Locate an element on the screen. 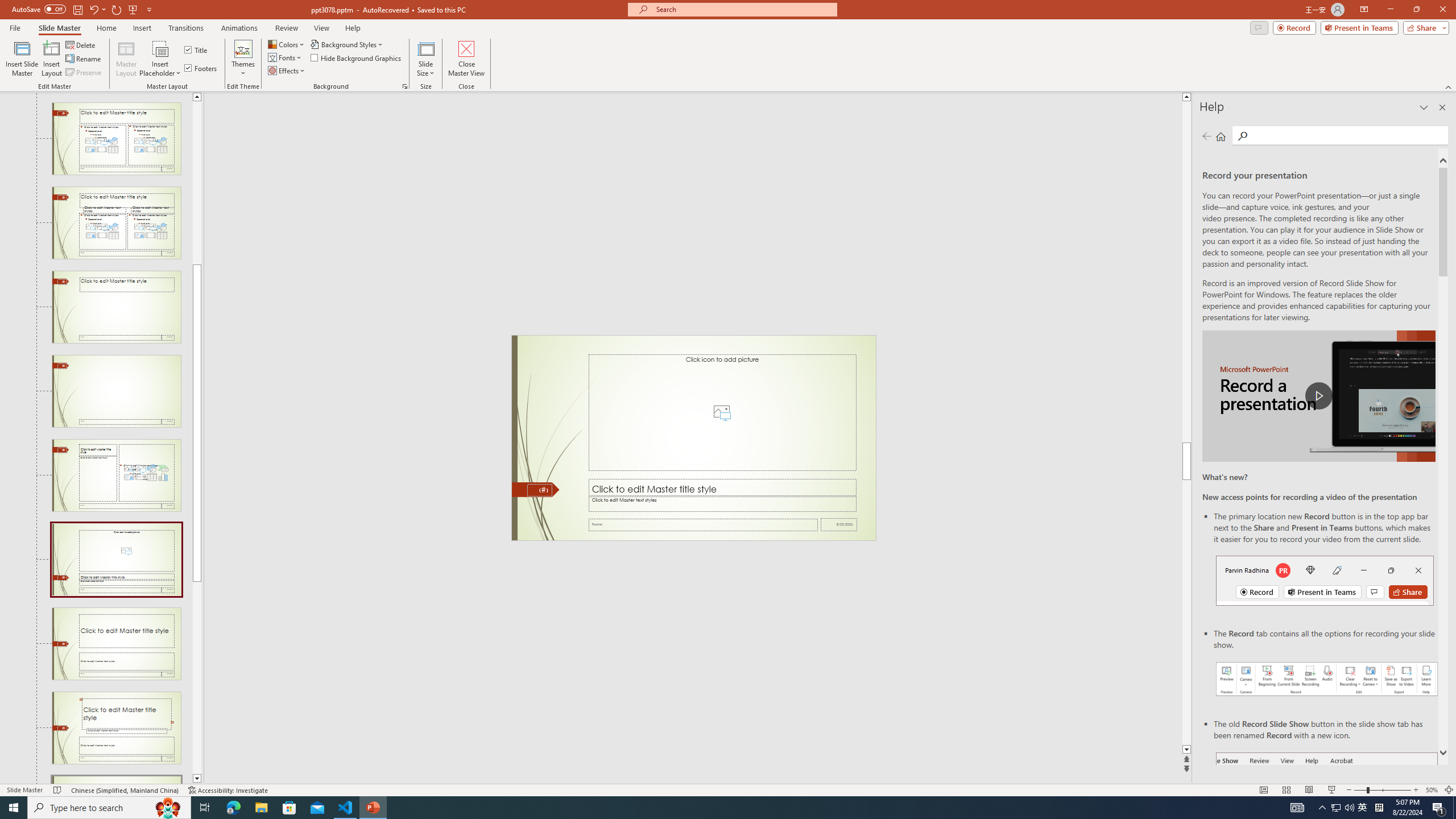 The image size is (1456, 819). 'Preserve' is located at coordinates (84, 72).